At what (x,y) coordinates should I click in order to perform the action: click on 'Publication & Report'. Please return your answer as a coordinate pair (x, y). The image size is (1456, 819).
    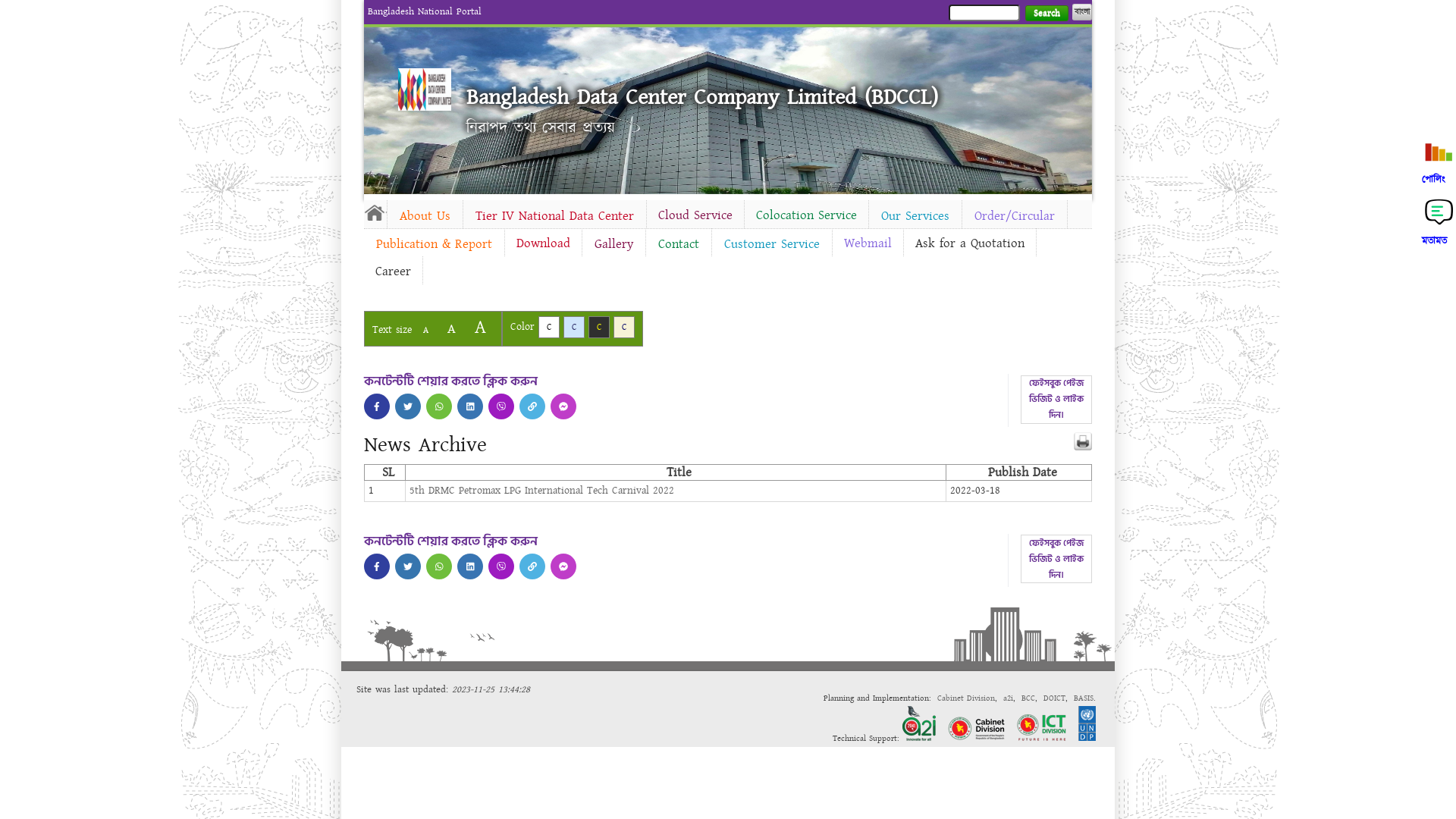
    Looking at the image, I should click on (364, 243).